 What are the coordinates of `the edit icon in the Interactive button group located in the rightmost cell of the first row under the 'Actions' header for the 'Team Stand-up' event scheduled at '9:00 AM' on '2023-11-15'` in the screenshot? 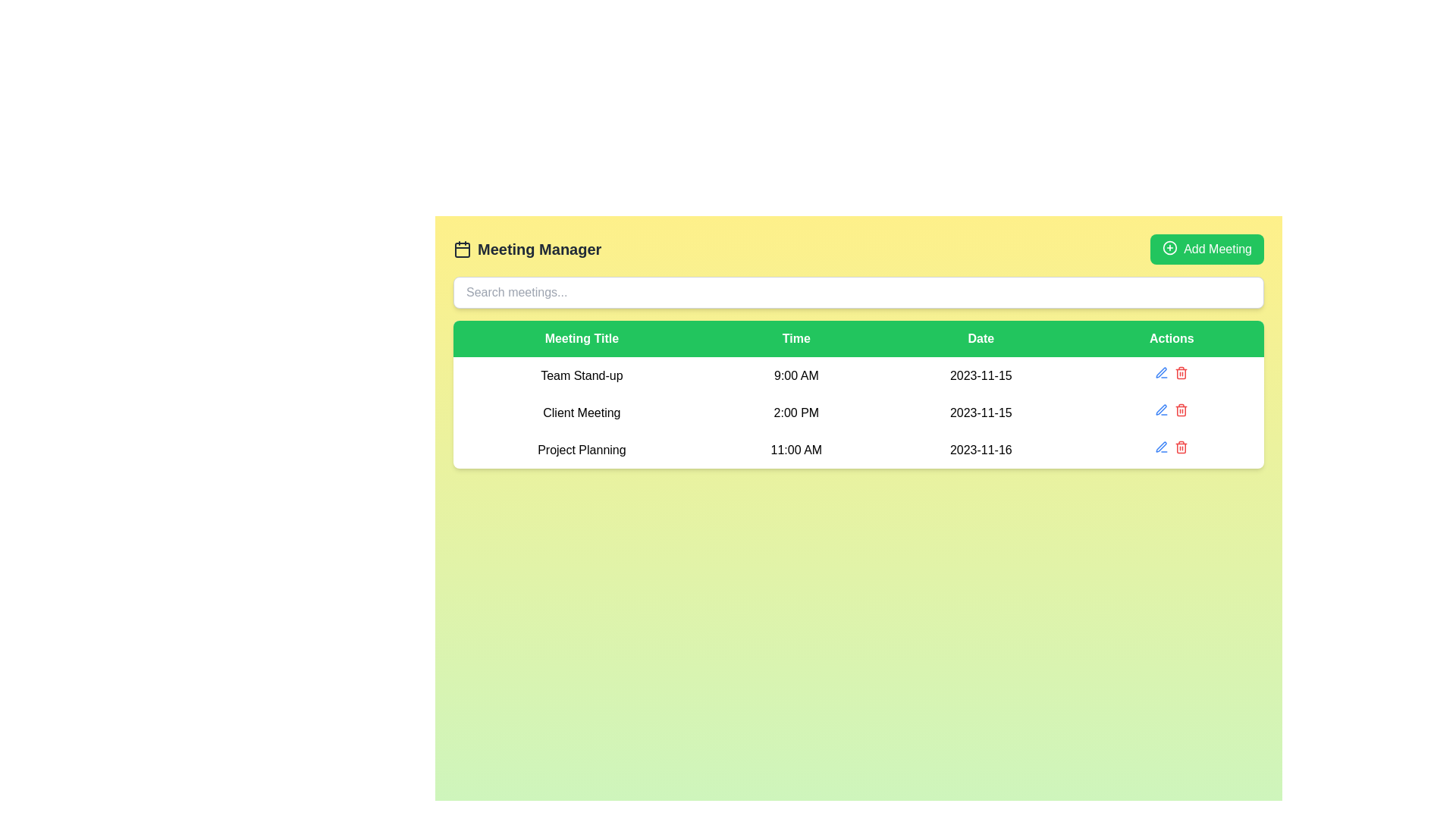 It's located at (1171, 375).